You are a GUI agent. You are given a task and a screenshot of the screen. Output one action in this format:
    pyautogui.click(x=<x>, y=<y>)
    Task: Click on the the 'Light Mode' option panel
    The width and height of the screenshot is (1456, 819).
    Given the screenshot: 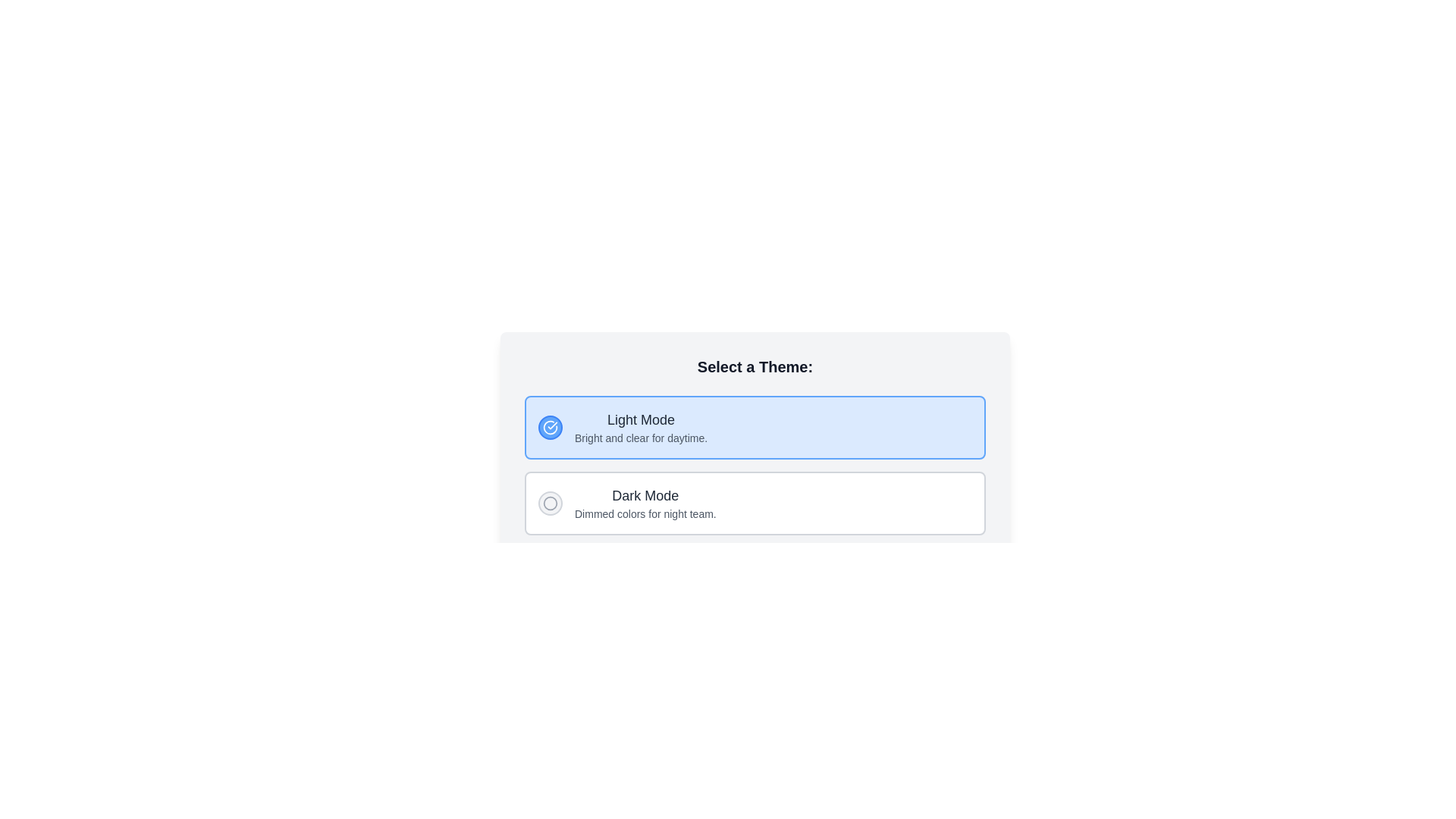 What is the action you would take?
    pyautogui.click(x=755, y=427)
    